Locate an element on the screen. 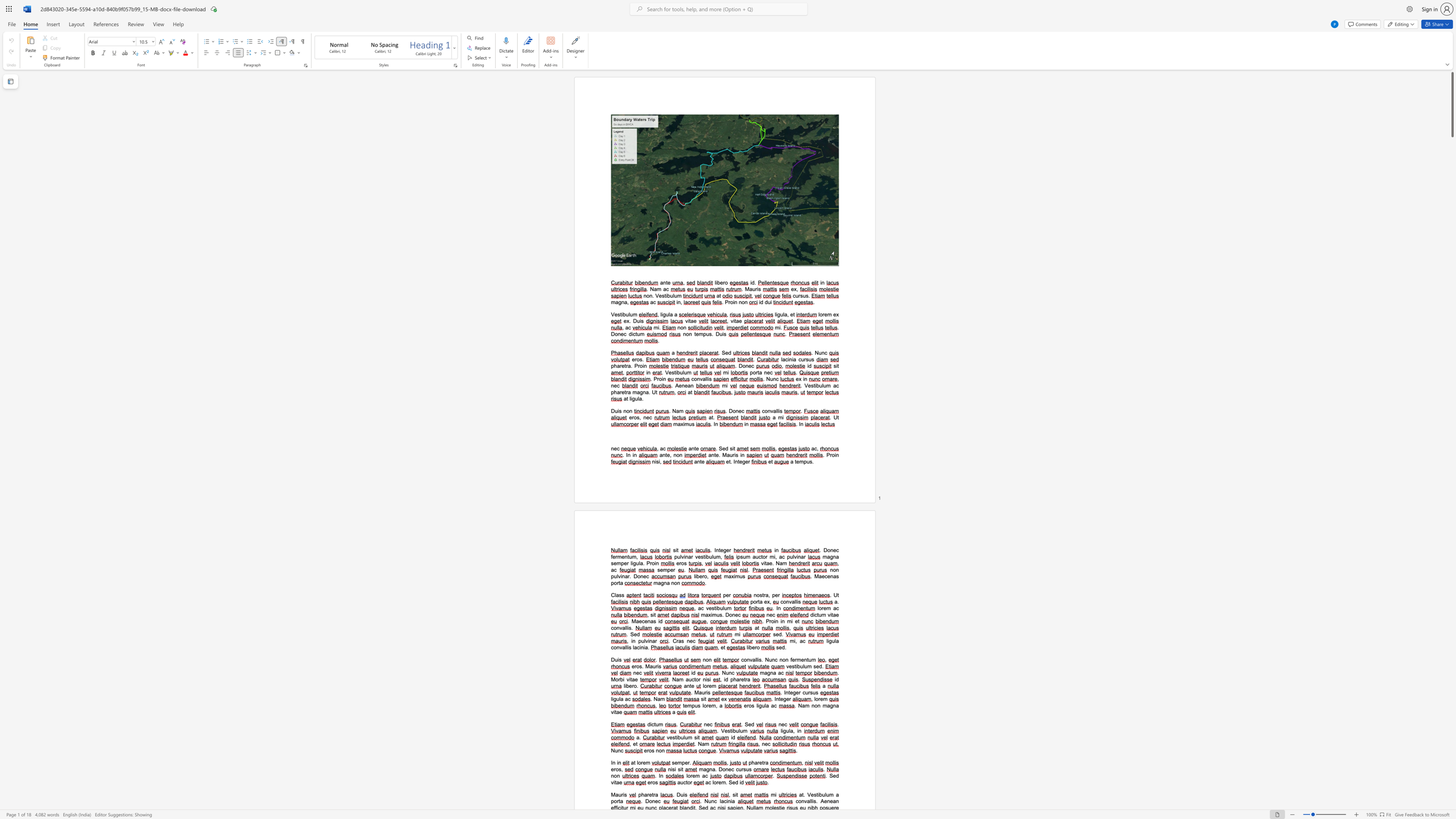  the space between the continuous character "n" and "o" in the text is located at coordinates (674, 583).